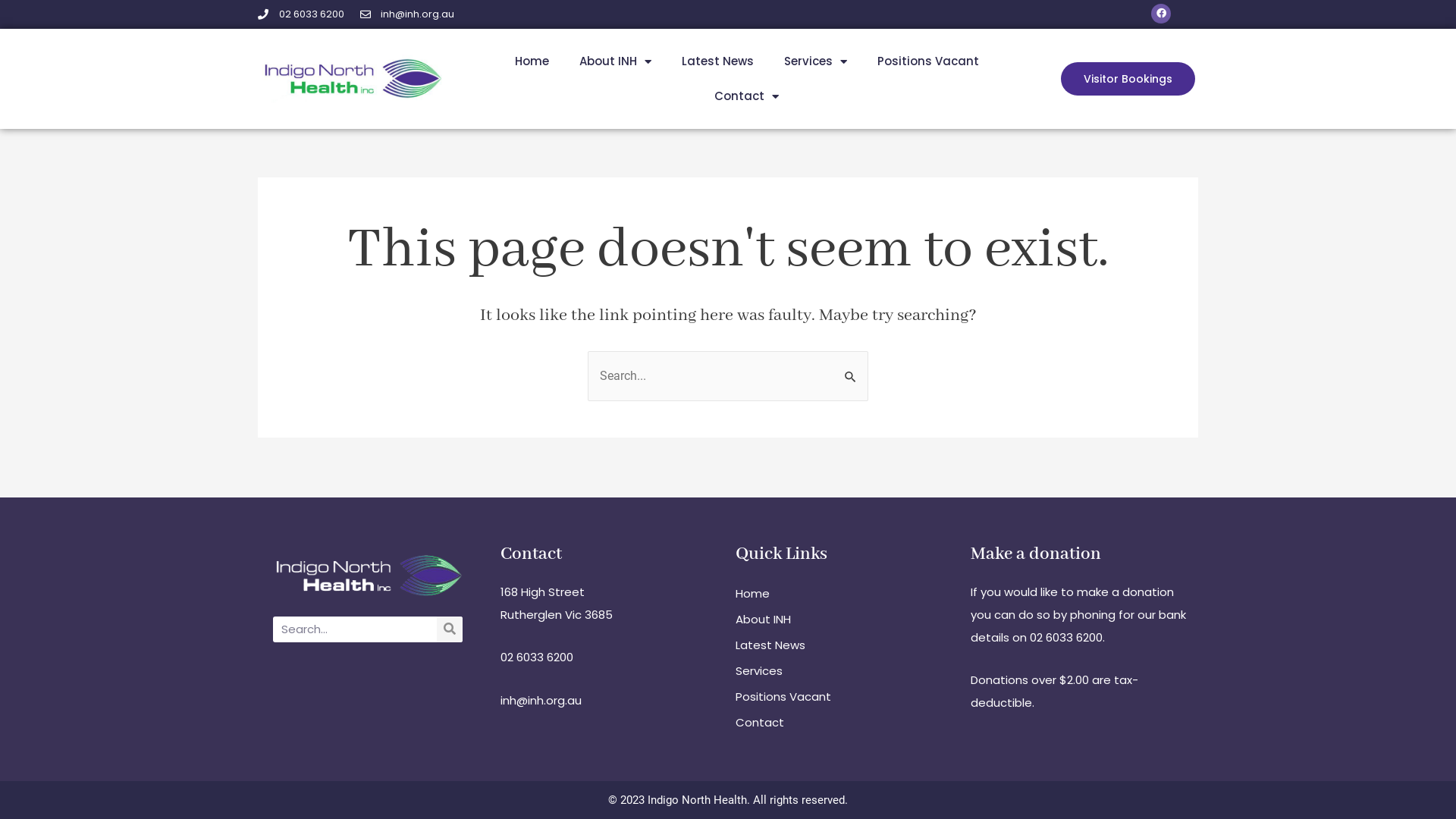 The height and width of the screenshot is (819, 1456). Describe the element at coordinates (449, 629) in the screenshot. I see `'Search'` at that location.